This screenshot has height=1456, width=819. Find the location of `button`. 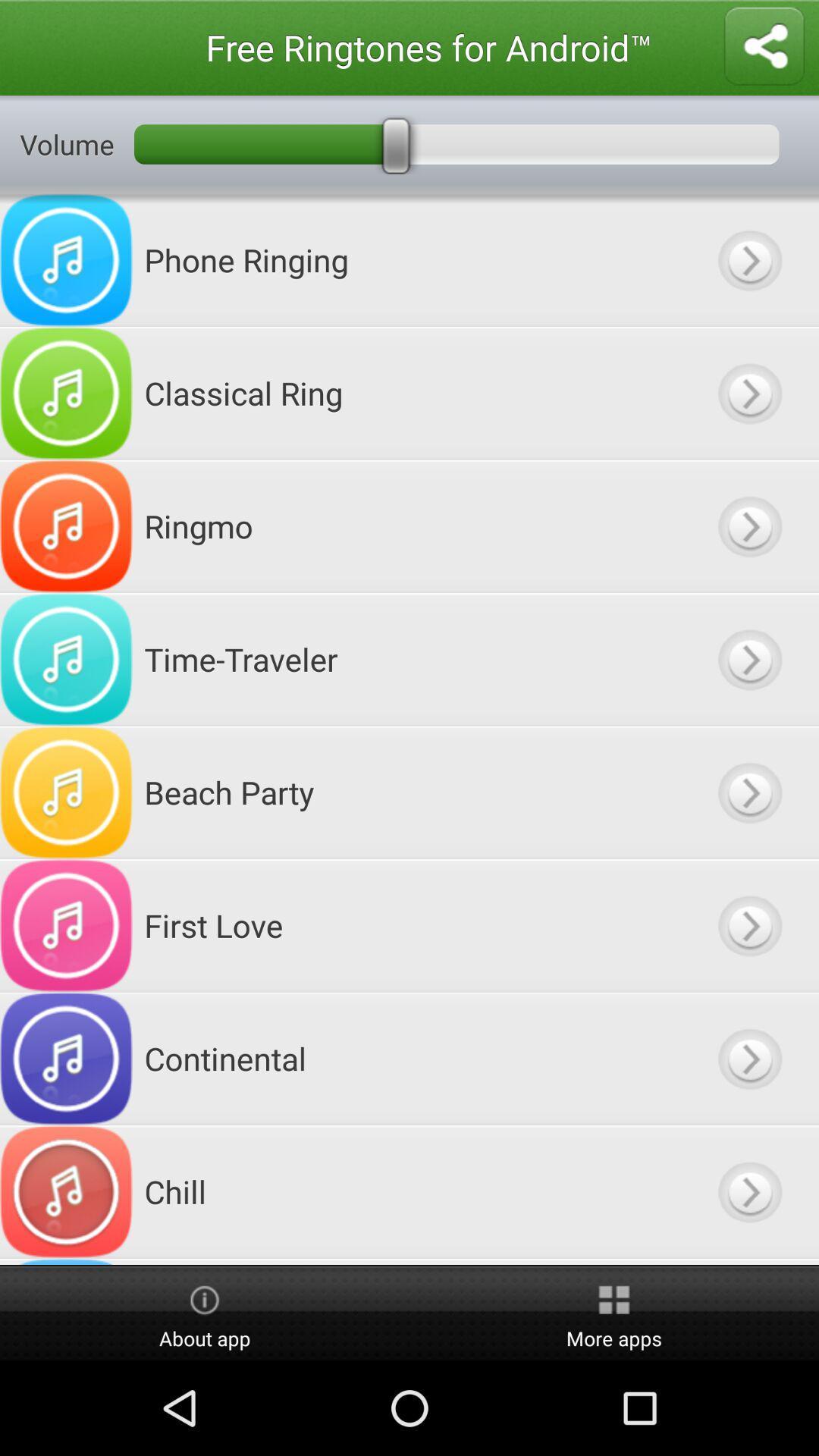

button is located at coordinates (748, 260).